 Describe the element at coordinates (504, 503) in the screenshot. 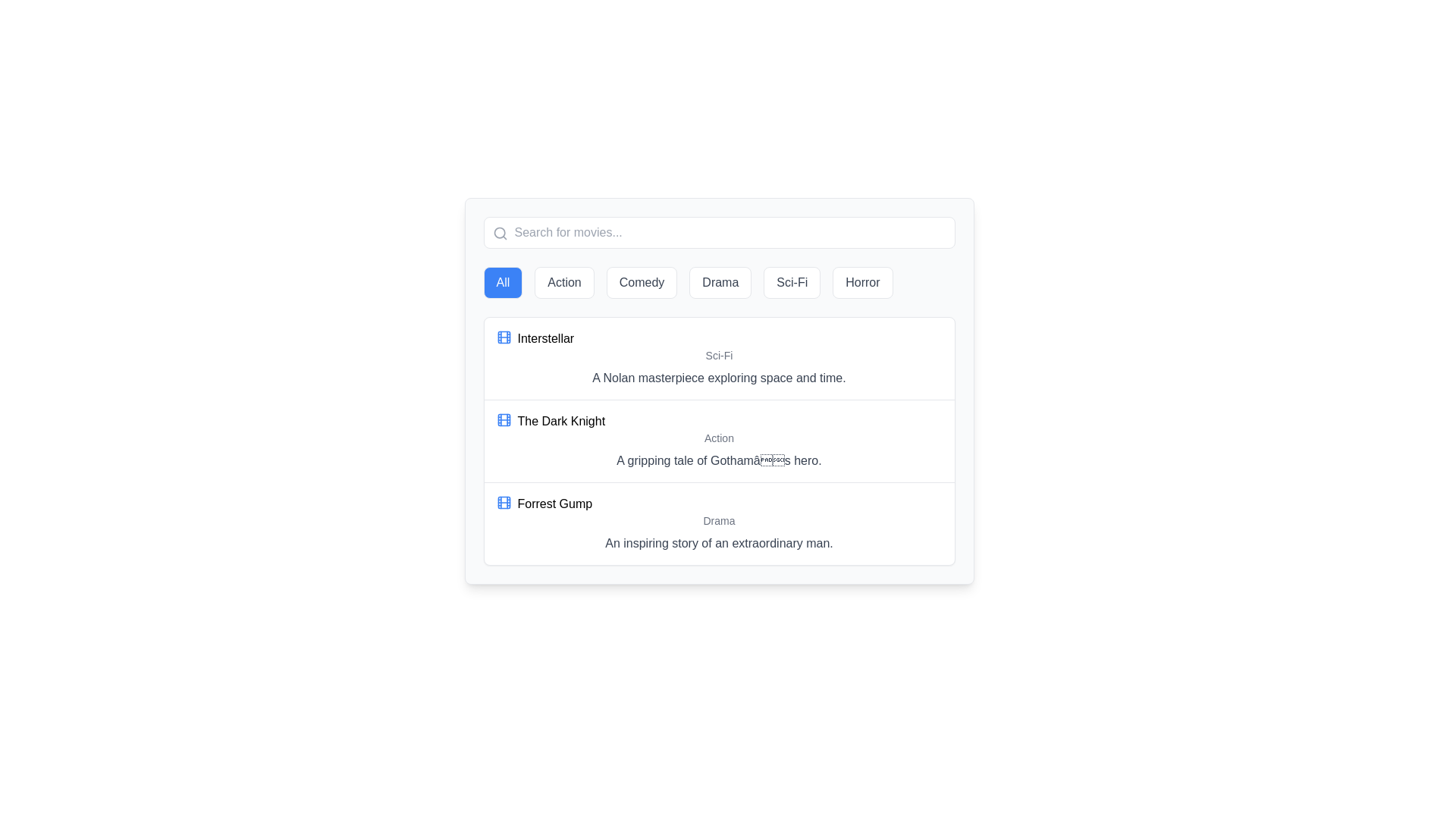

I see `the SVG rectangle element that serves as an icon for the 'The Dark Knight' entry in the list layout` at that location.